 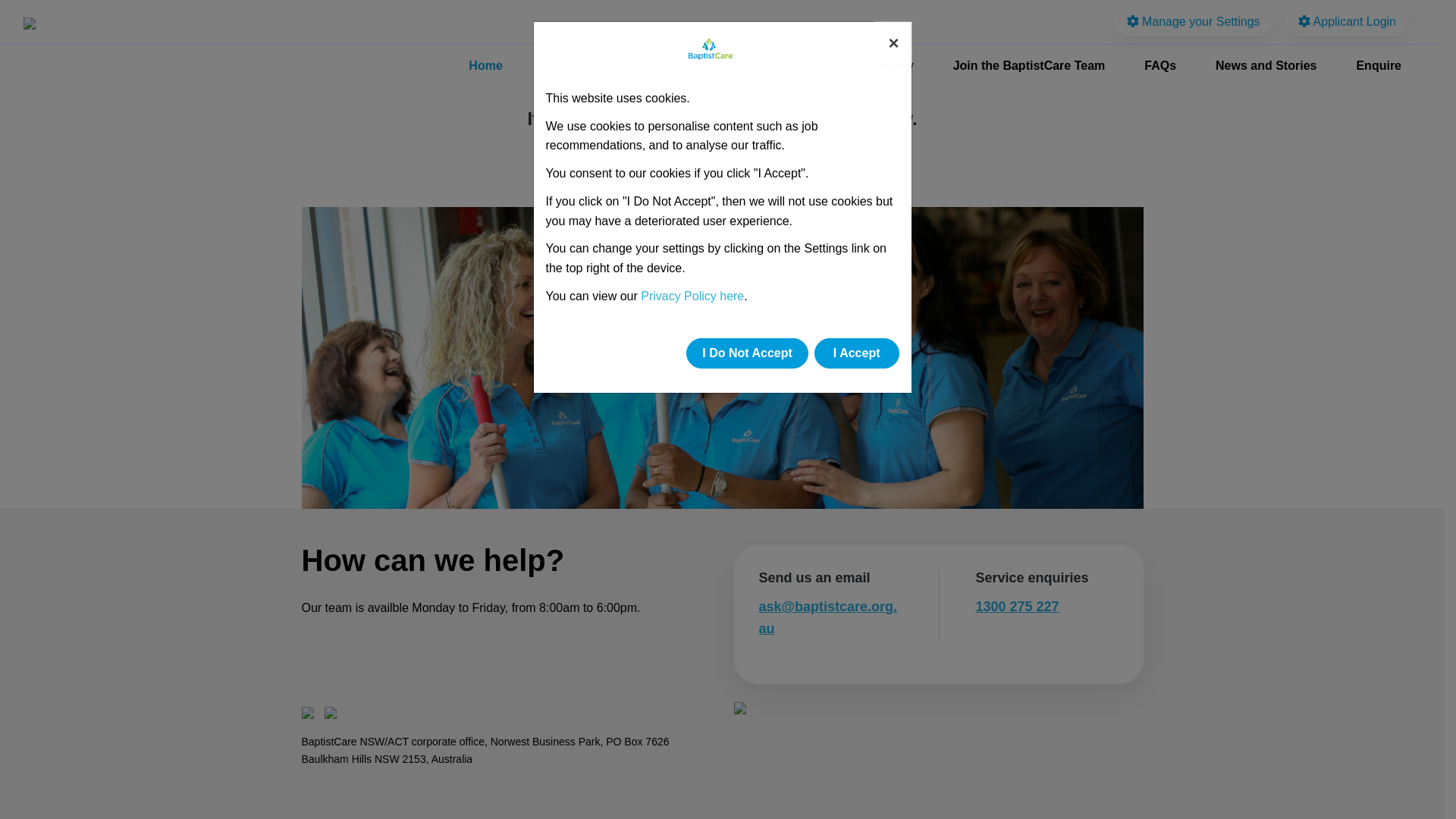 What do you see at coordinates (827, 617) in the screenshot?
I see `'ask@baptistcare.org.au'` at bounding box center [827, 617].